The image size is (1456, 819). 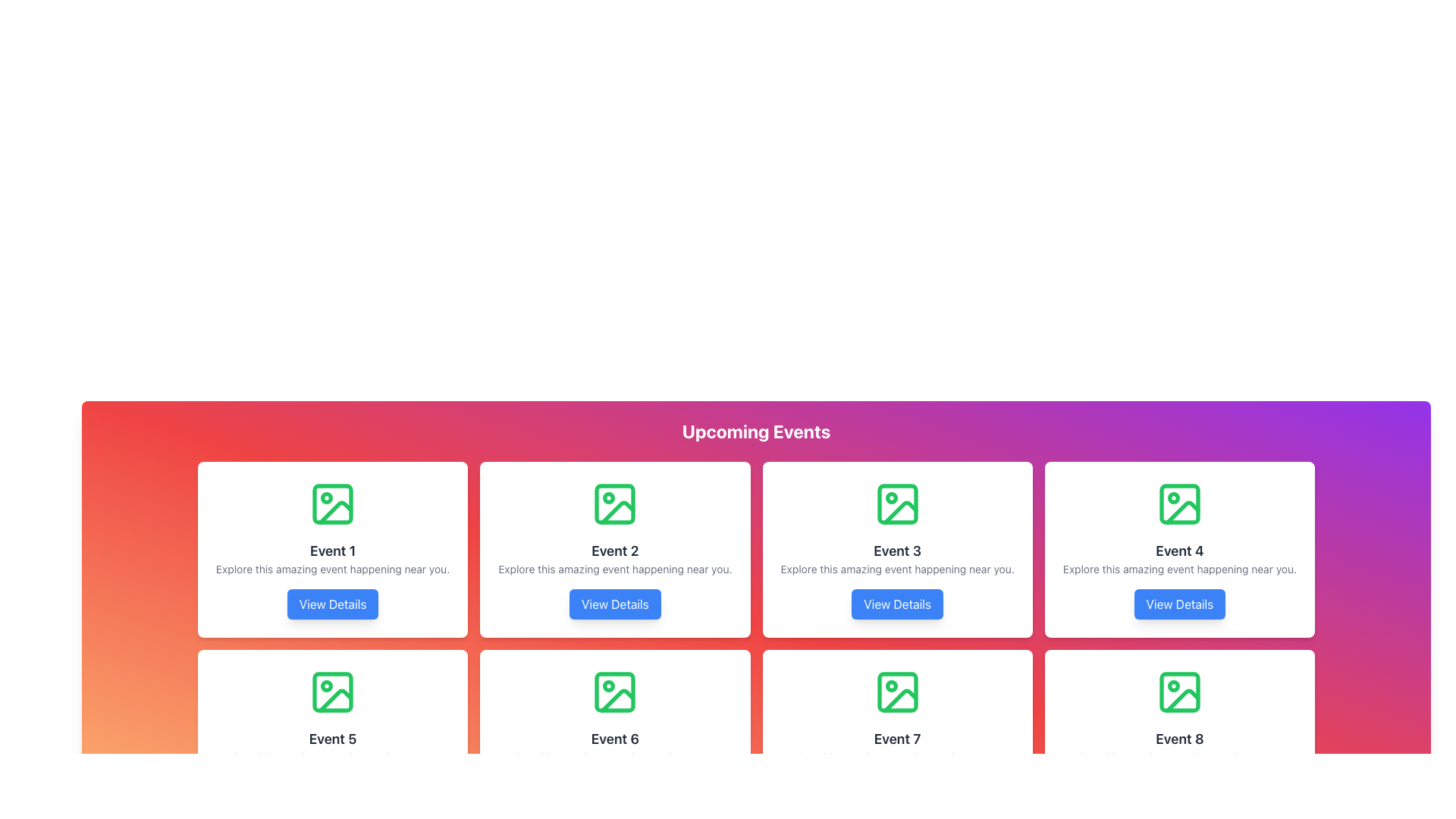 I want to click on the Decorative component in the top-left corner of the 'Event 1' card within the 'Upcoming Events' grid, so click(x=332, y=504).